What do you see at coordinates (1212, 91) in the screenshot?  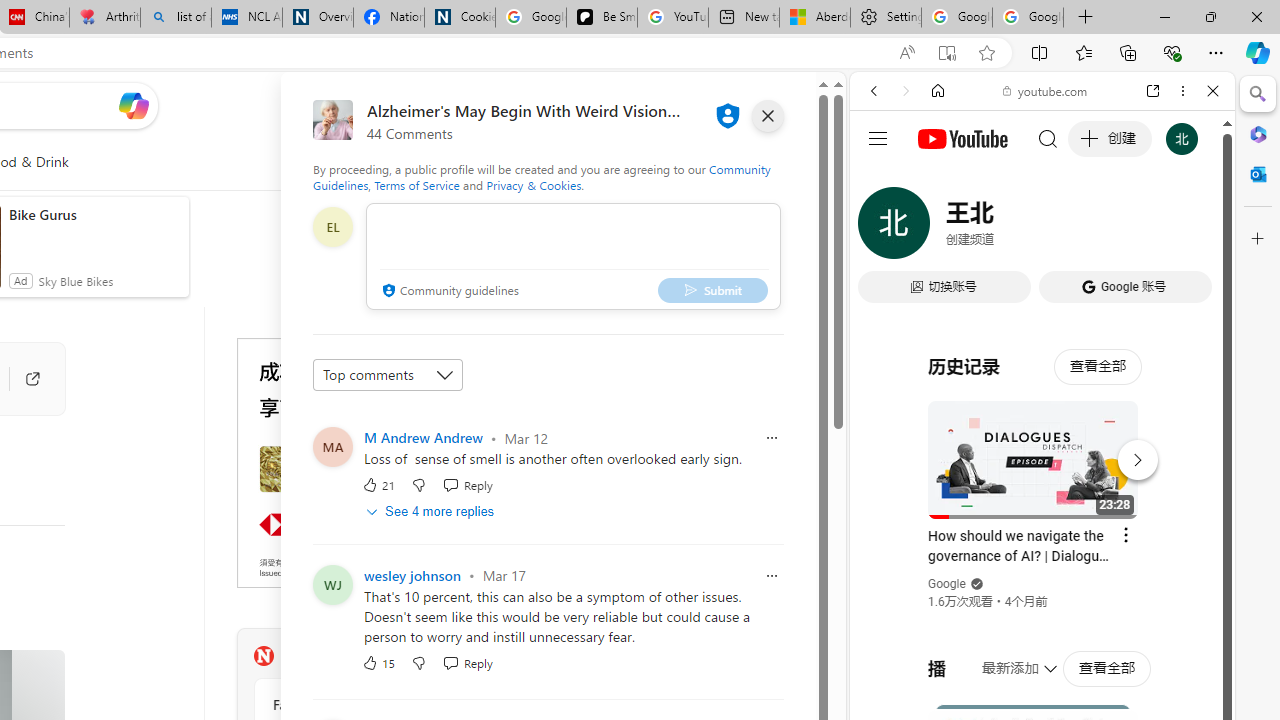 I see `'Close'` at bounding box center [1212, 91].